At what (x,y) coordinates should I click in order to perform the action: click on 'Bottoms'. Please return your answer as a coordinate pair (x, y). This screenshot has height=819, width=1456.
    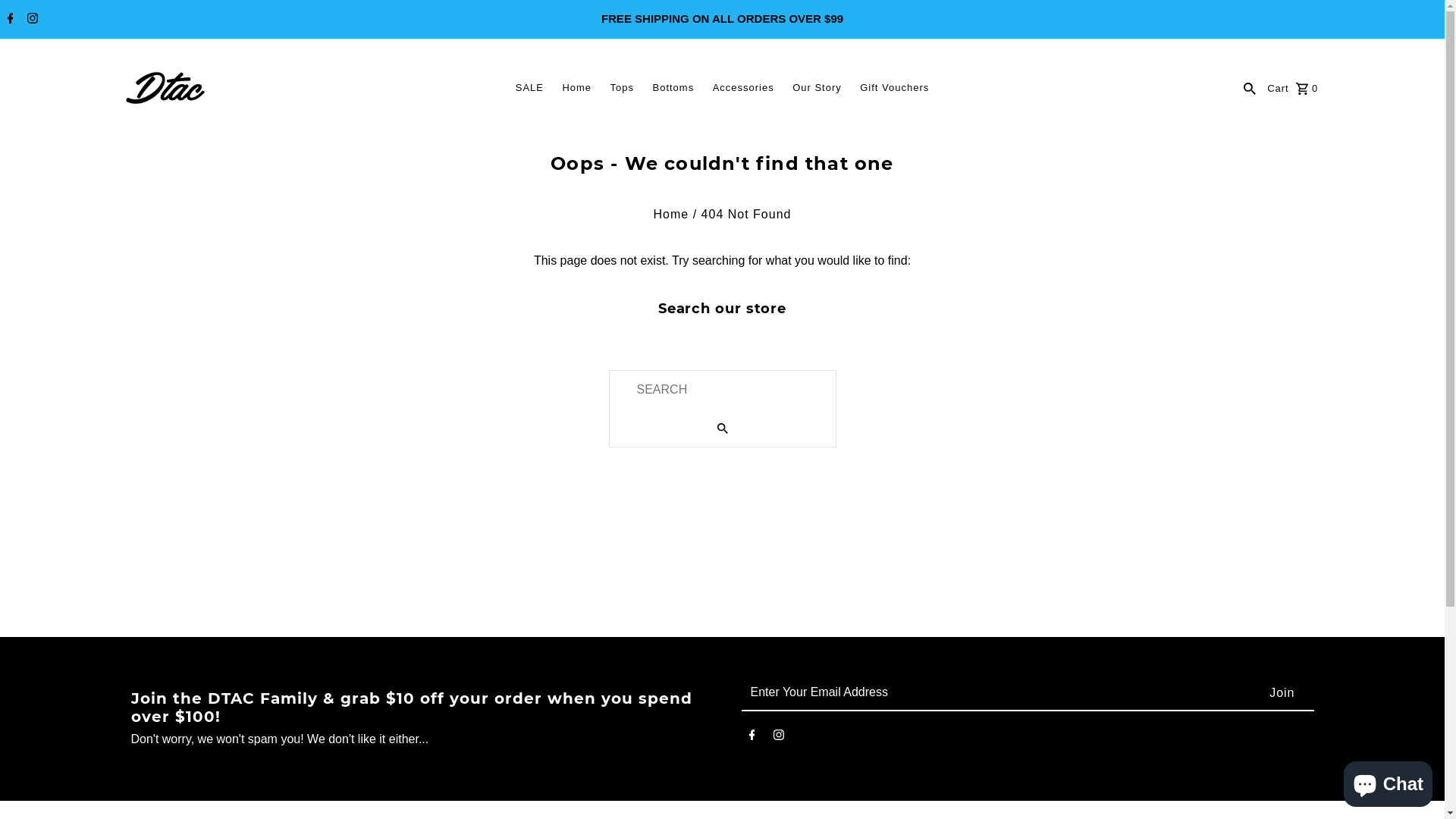
    Looking at the image, I should click on (672, 87).